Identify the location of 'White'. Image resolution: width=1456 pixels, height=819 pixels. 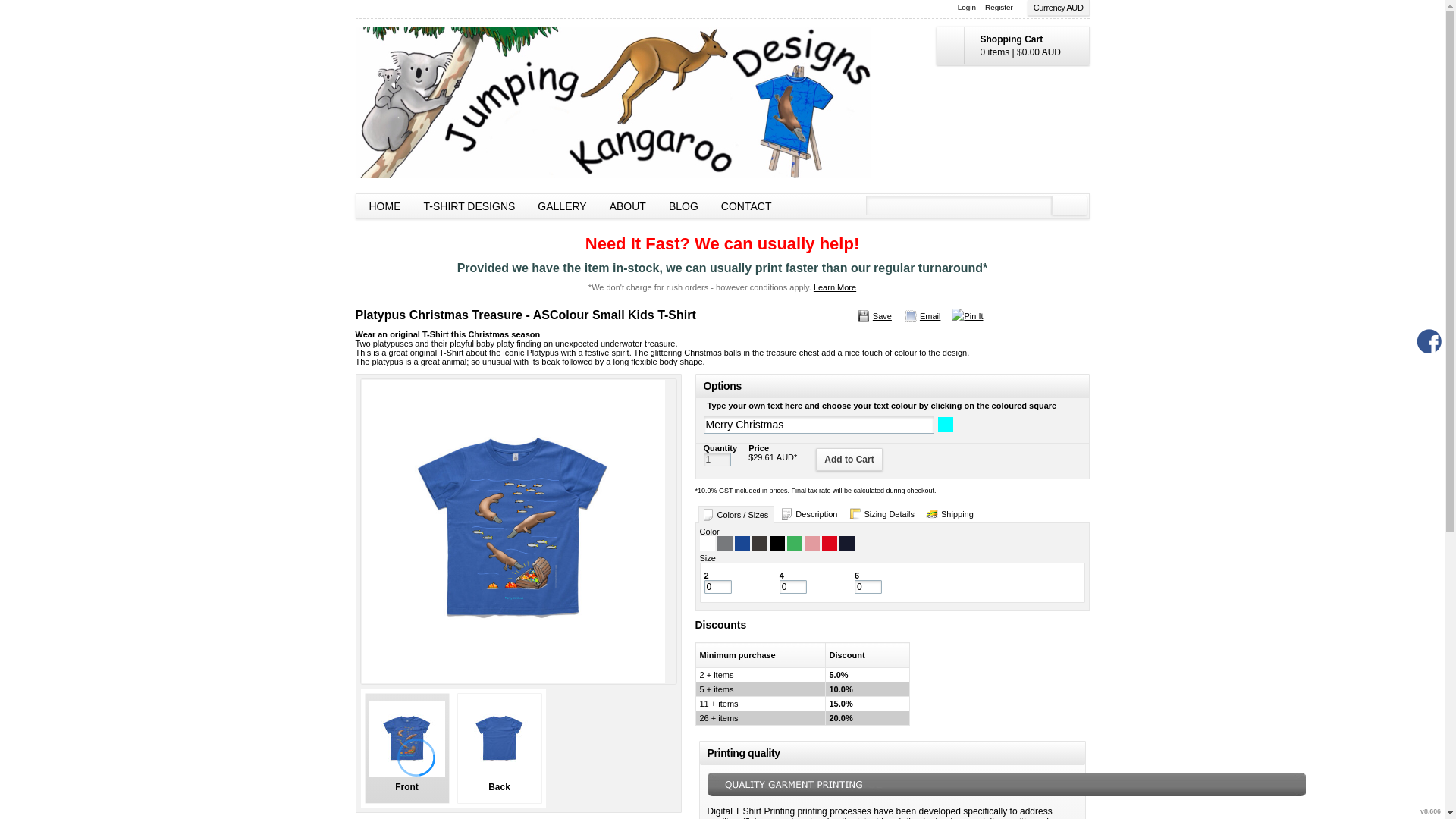
(705, 543).